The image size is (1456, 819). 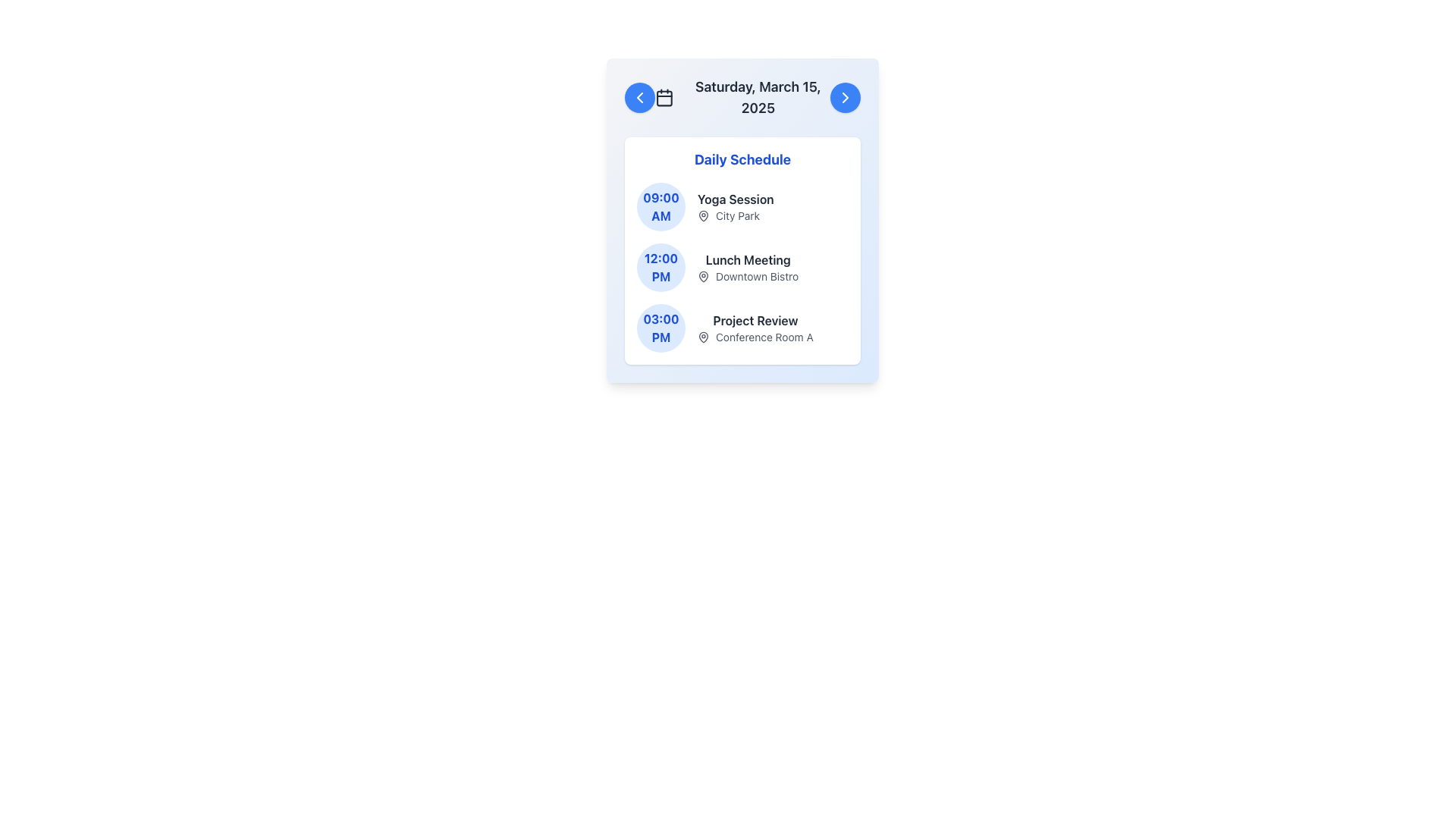 I want to click on the navigational control icon located at the top-right corner of the interface's header, so click(x=844, y=97).